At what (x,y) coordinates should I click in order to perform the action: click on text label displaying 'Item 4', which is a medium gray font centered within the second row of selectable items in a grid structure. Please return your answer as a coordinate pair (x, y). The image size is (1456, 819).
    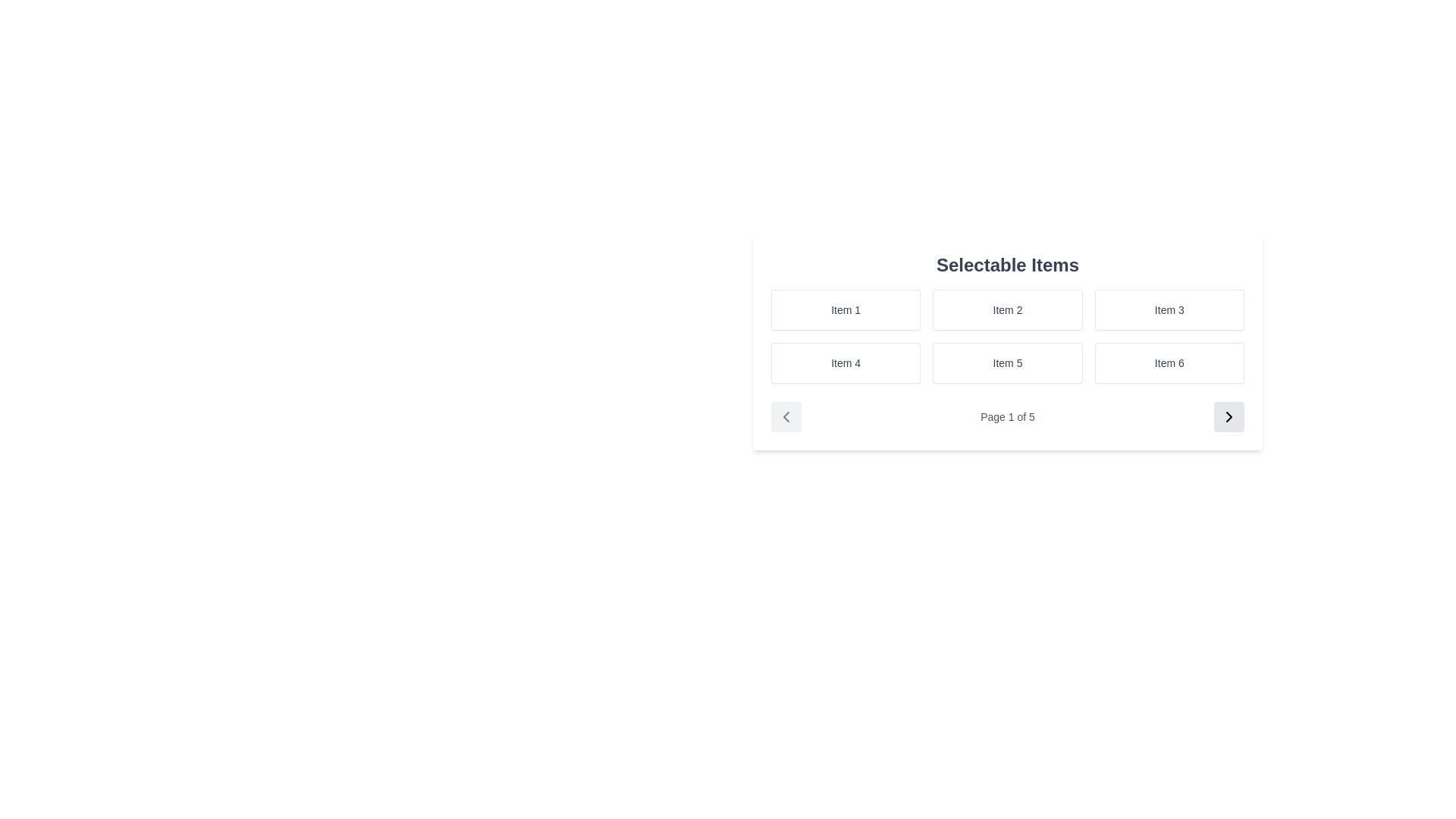
    Looking at the image, I should click on (845, 362).